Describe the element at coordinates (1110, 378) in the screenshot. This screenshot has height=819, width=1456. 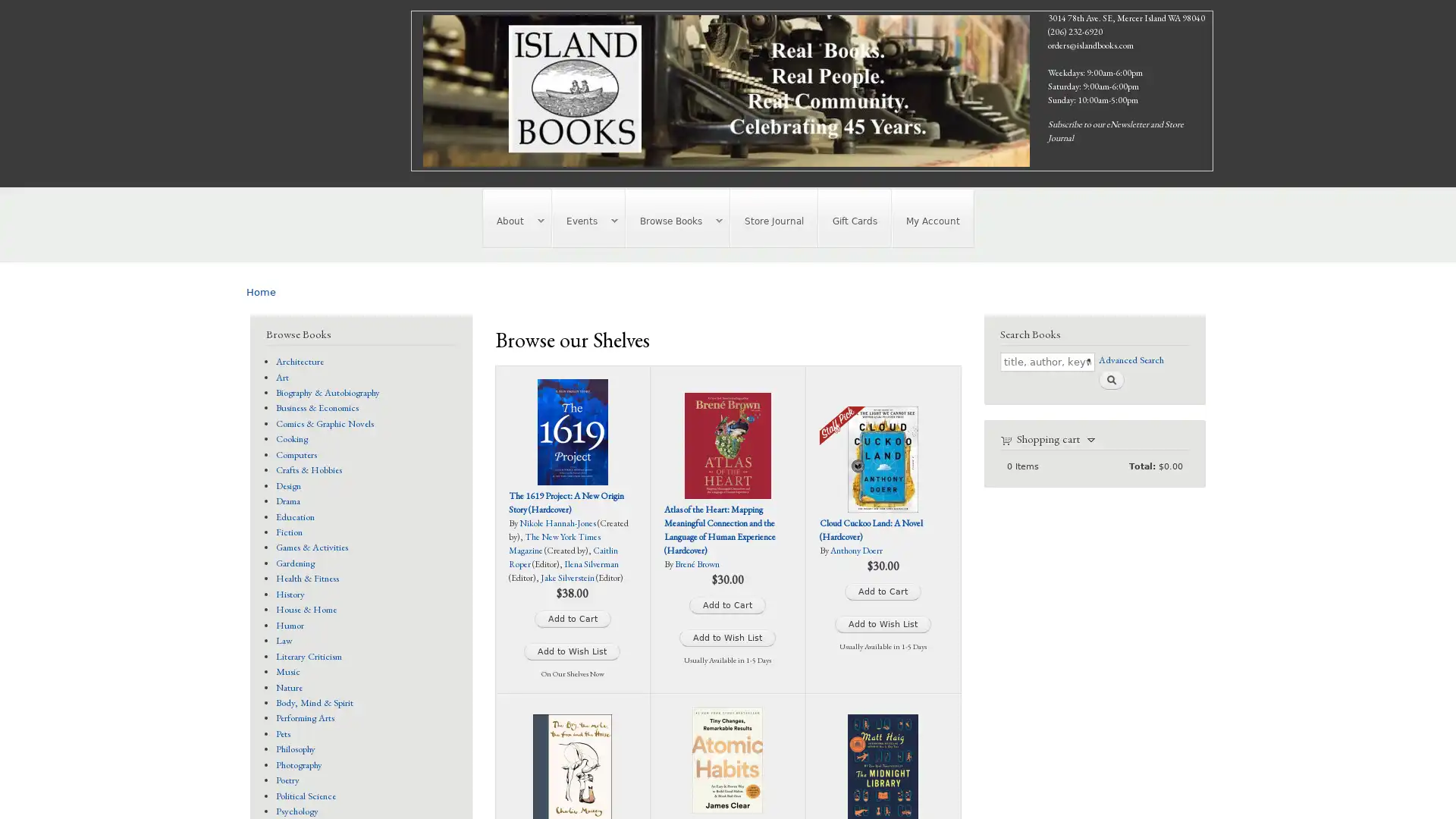
I see `Search` at that location.